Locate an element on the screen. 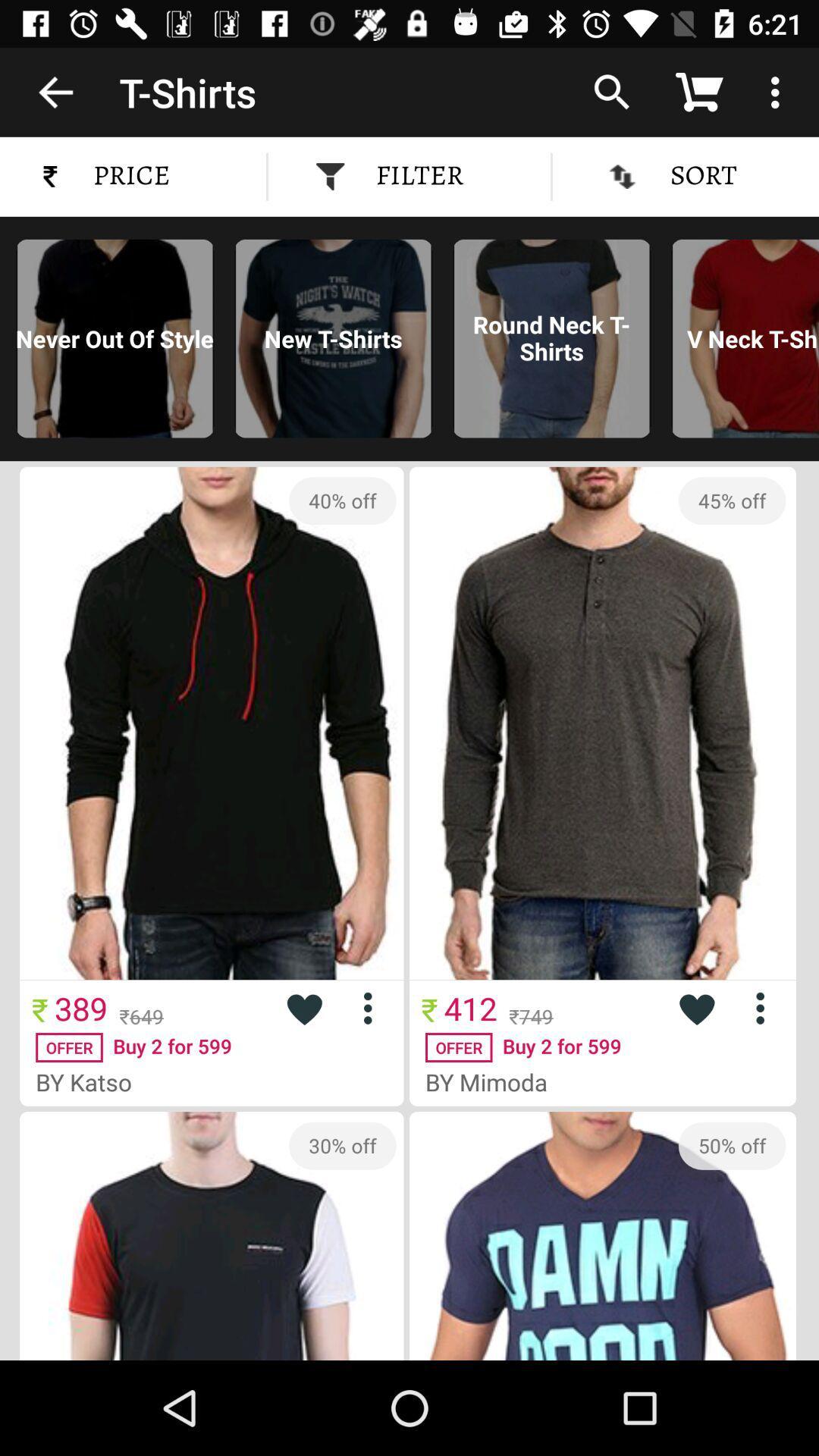 Image resolution: width=819 pixels, height=1456 pixels. item above sort icon is located at coordinates (610, 91).